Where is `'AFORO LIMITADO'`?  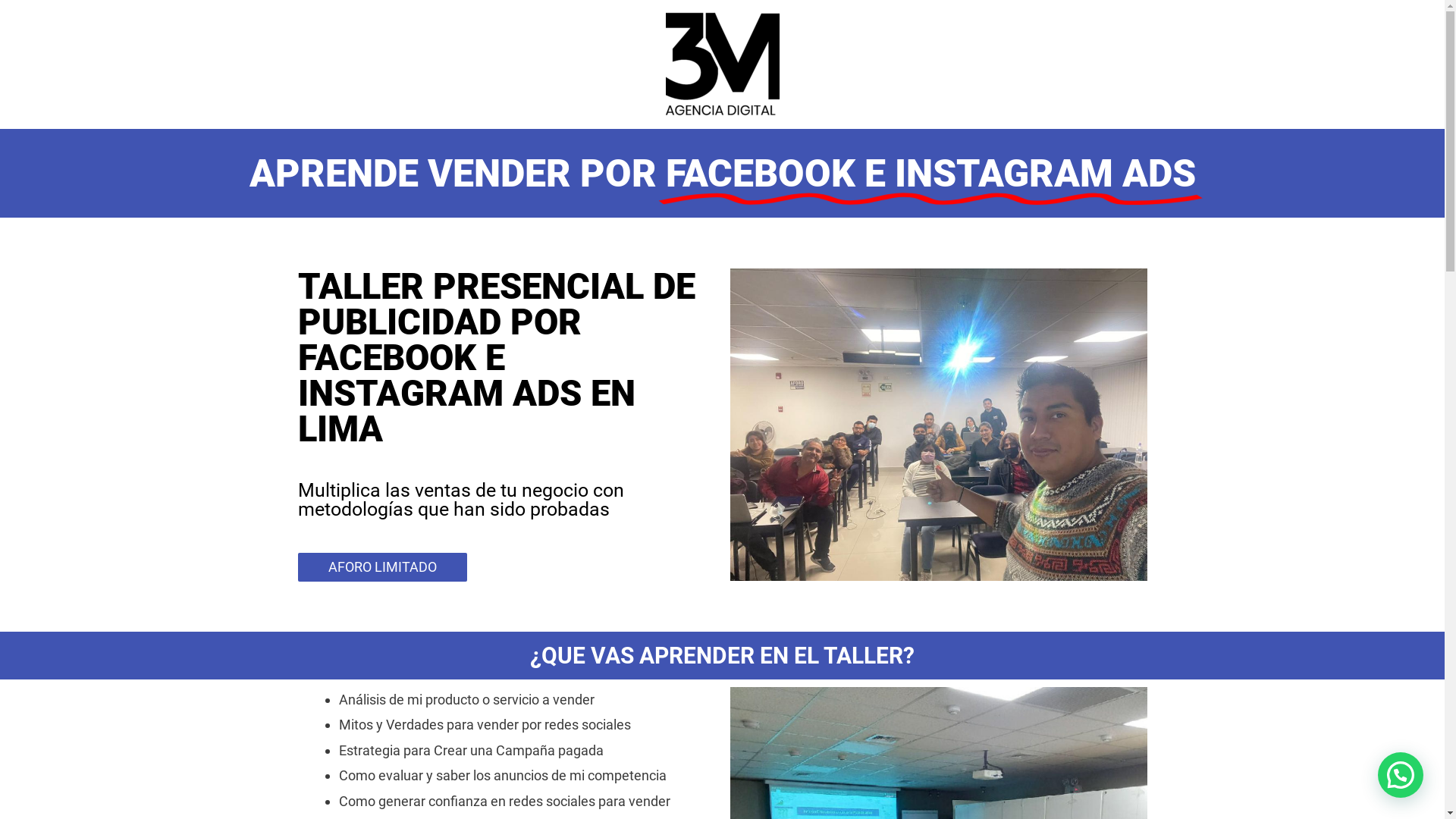 'AFORO LIMITADO' is located at coordinates (381, 566).